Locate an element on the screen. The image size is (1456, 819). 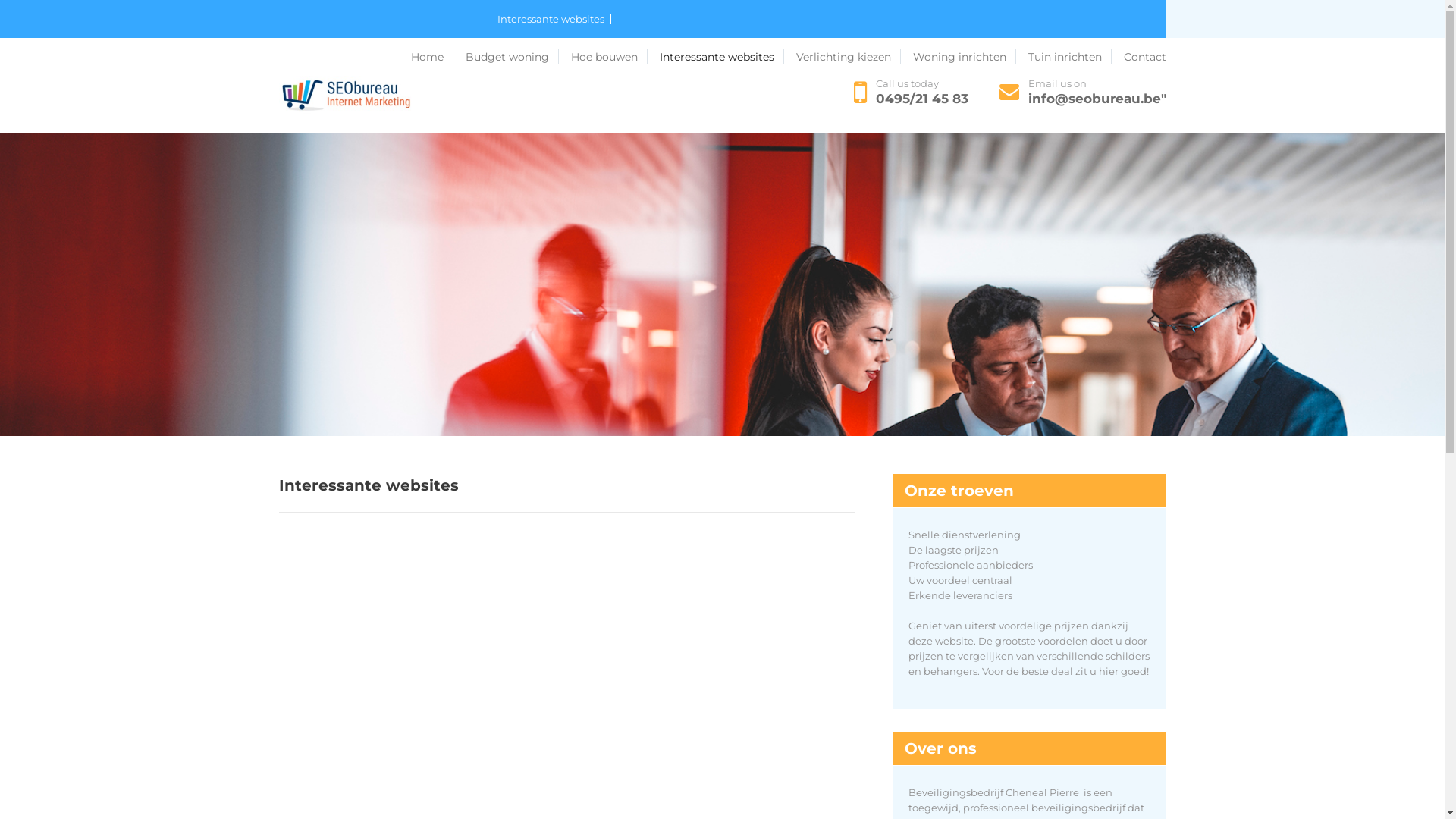
'Budget woning' is located at coordinates (323, 56).